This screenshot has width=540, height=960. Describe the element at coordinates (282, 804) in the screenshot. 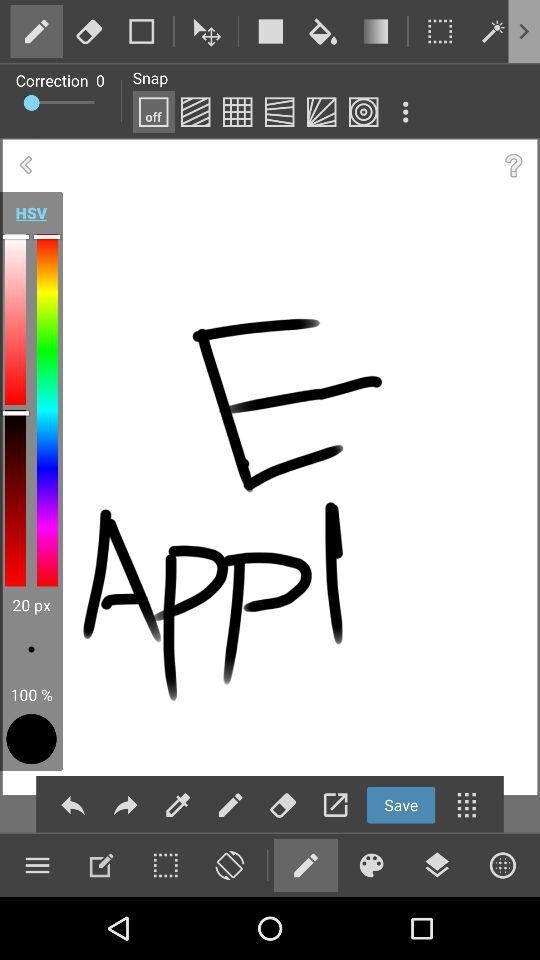

I see `the erase icon` at that location.